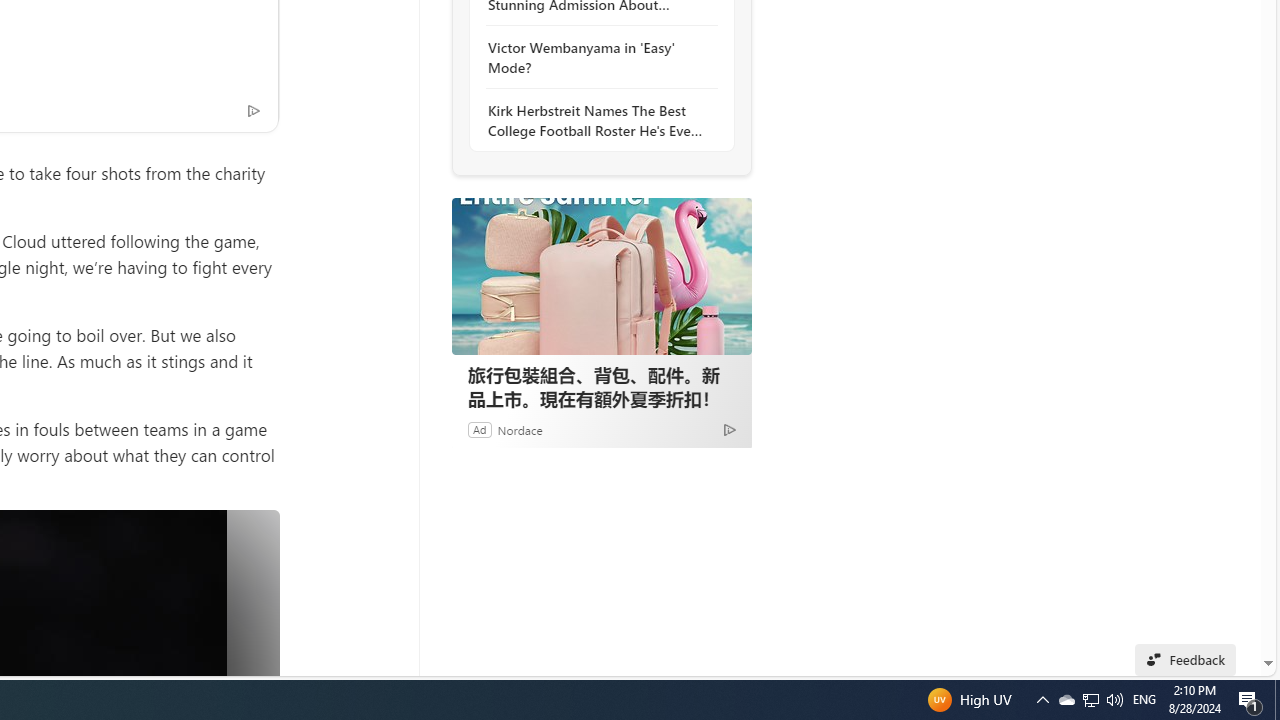 The height and width of the screenshot is (720, 1280). I want to click on 'Ad Choice', so click(728, 428).